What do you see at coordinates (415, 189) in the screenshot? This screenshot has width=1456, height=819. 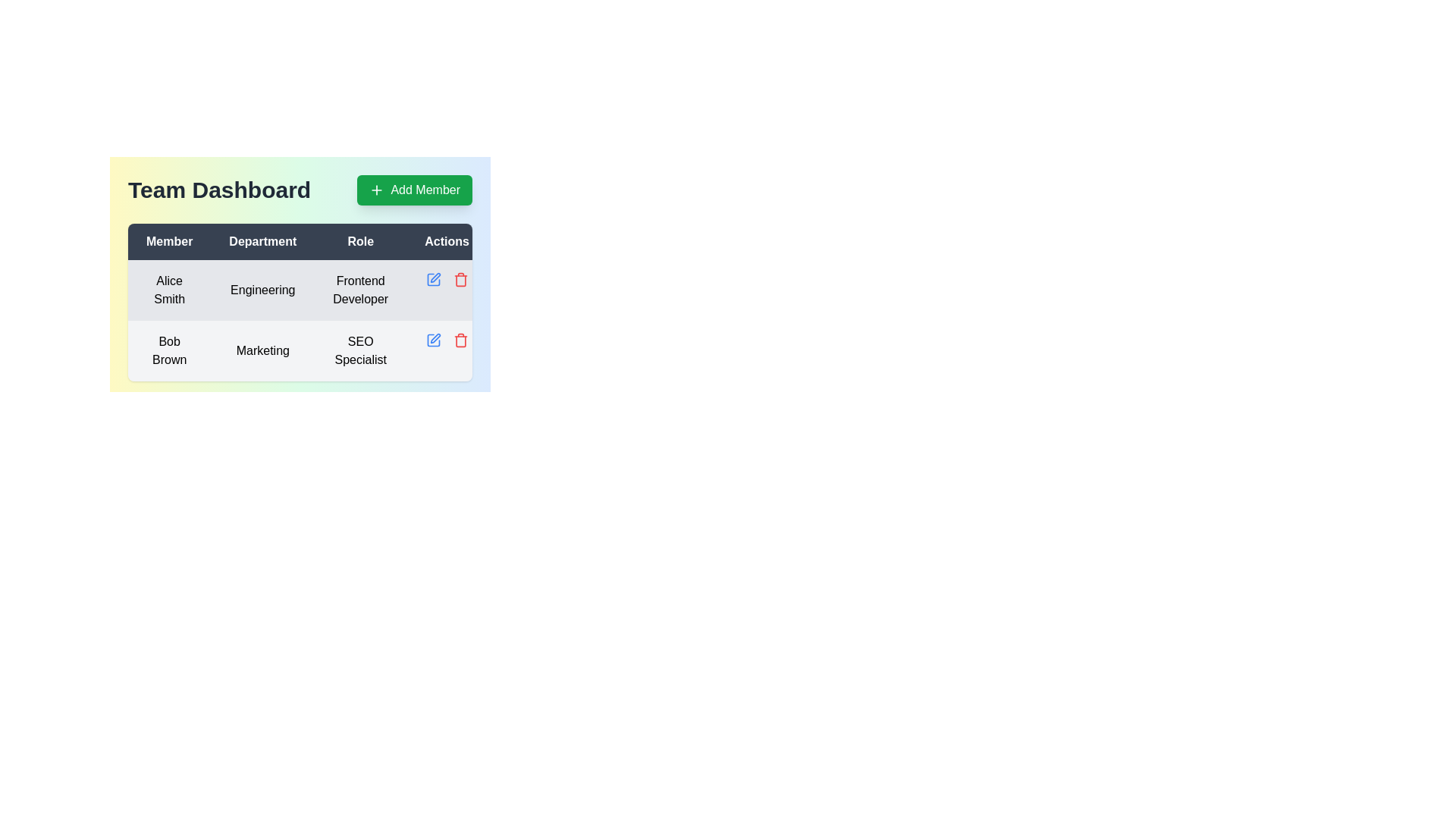 I see `the button to add a new member to the team, located to the right of the 'Team Dashboard' title` at bounding box center [415, 189].